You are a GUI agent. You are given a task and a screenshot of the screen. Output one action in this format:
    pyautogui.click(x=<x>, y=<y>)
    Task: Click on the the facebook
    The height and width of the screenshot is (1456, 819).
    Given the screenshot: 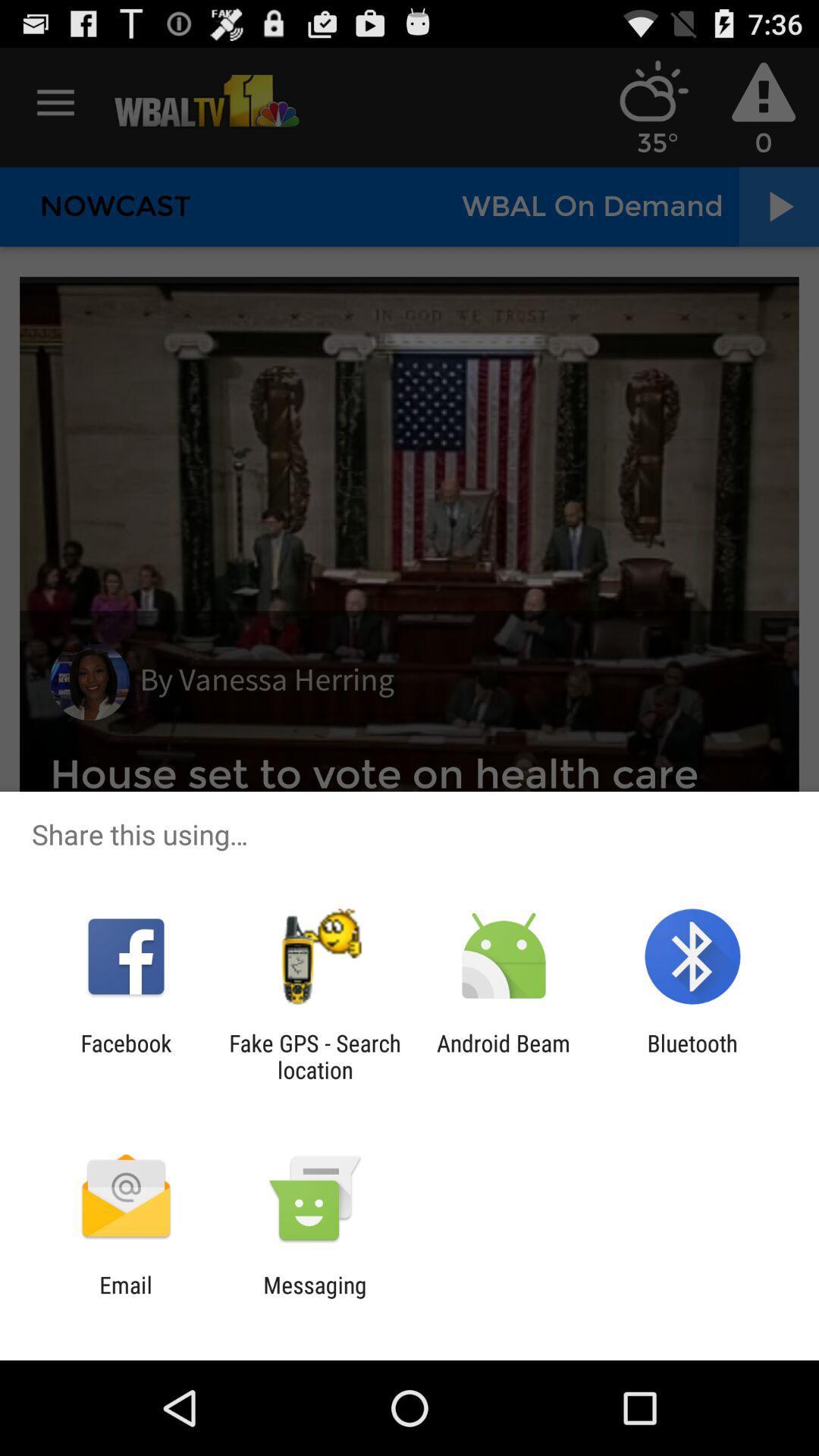 What is the action you would take?
    pyautogui.click(x=125, y=1056)
    